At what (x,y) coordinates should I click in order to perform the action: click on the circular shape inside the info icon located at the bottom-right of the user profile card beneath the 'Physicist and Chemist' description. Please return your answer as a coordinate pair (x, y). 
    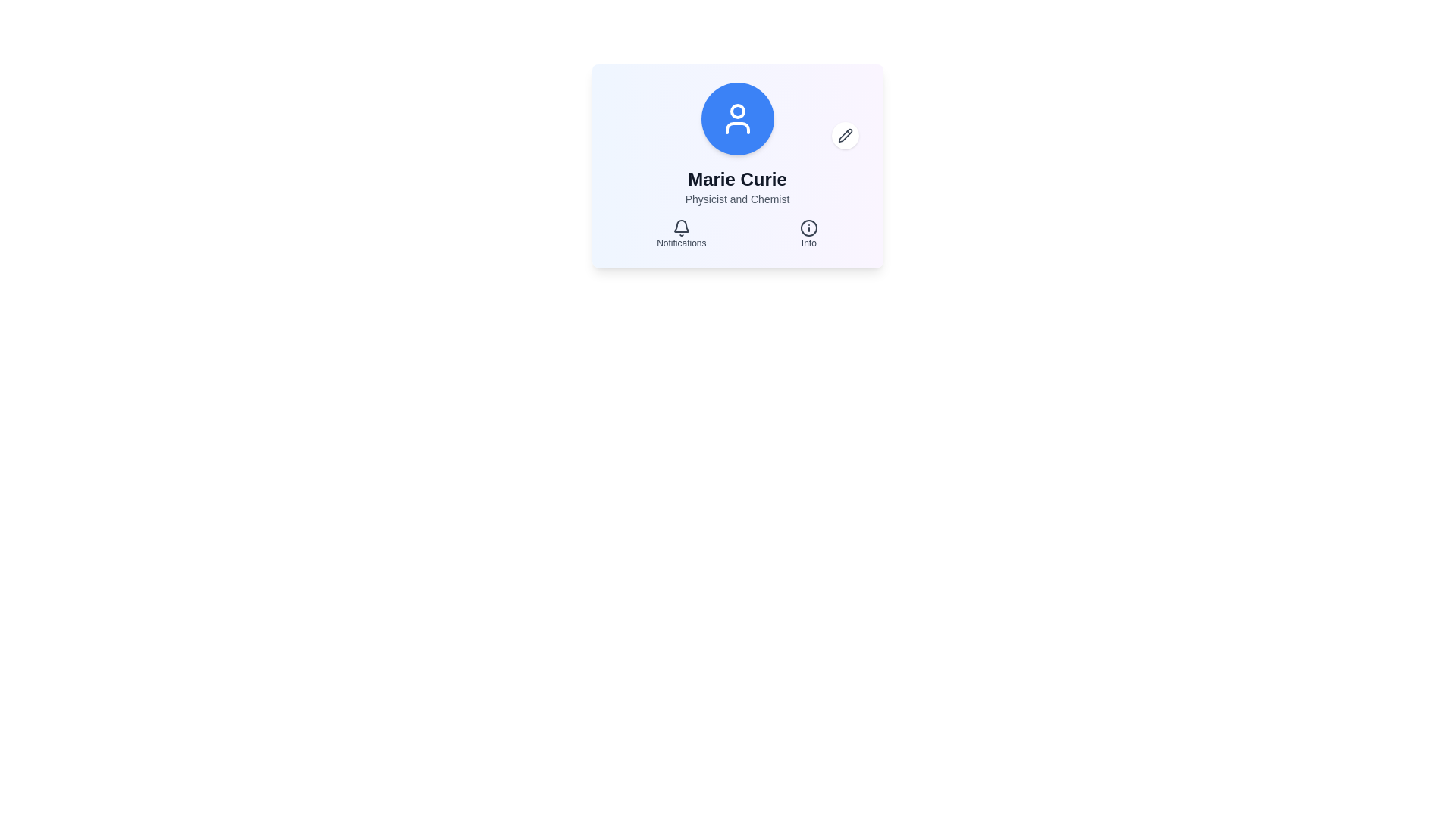
    Looking at the image, I should click on (808, 227).